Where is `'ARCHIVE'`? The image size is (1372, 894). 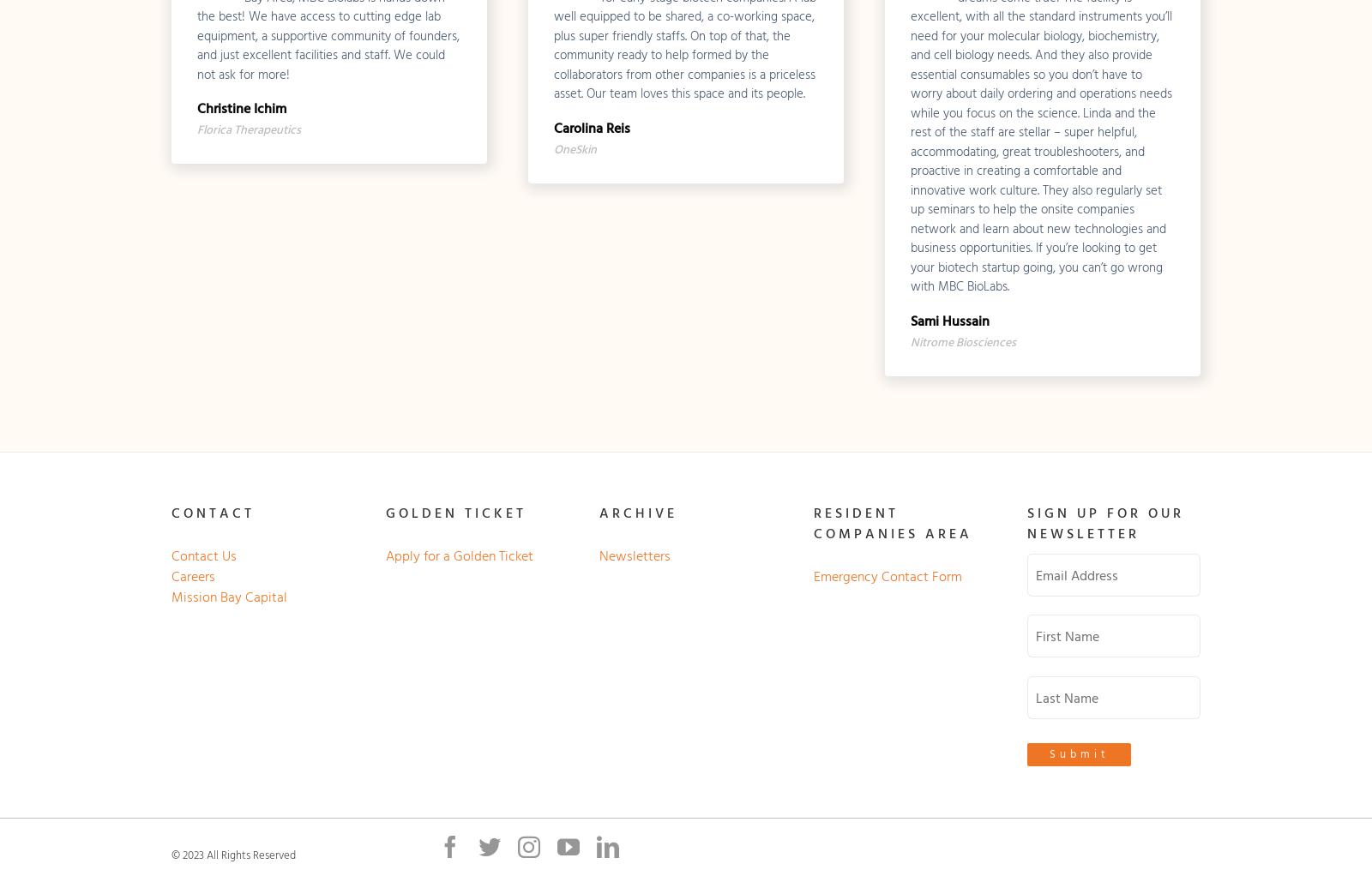
'ARCHIVE' is located at coordinates (638, 512).